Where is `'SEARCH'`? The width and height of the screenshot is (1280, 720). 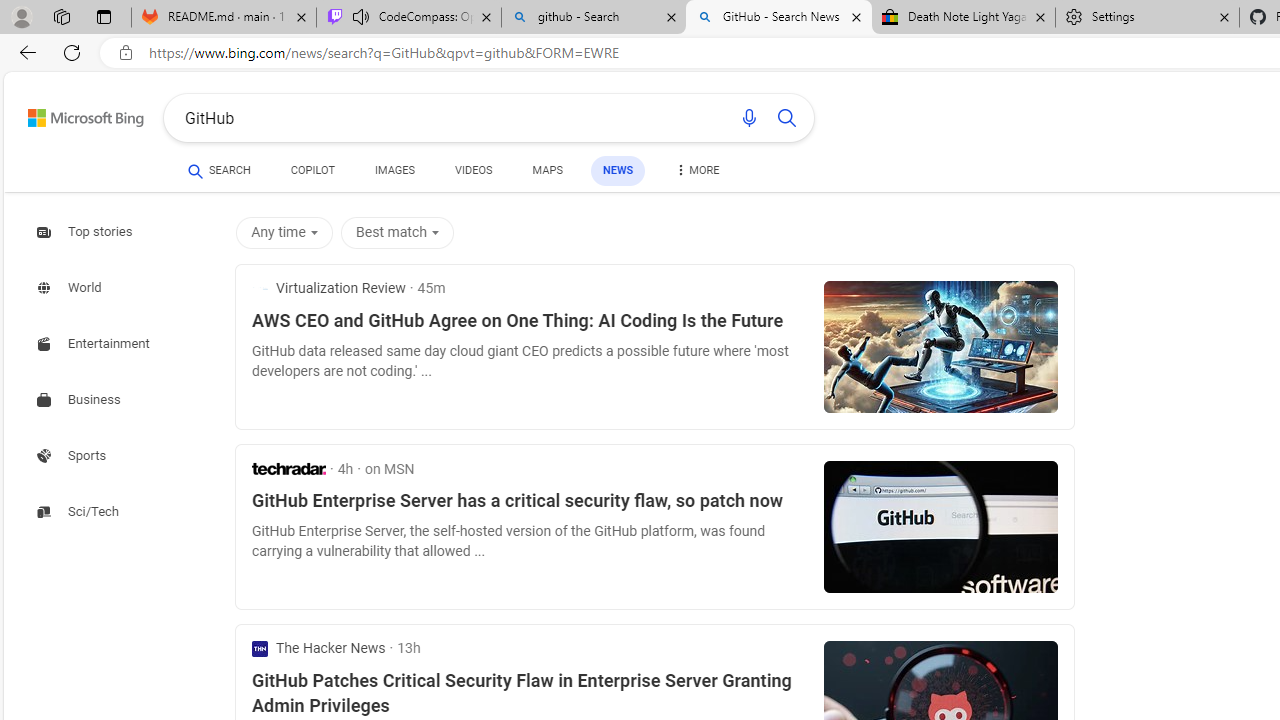 'SEARCH' is located at coordinates (219, 169).